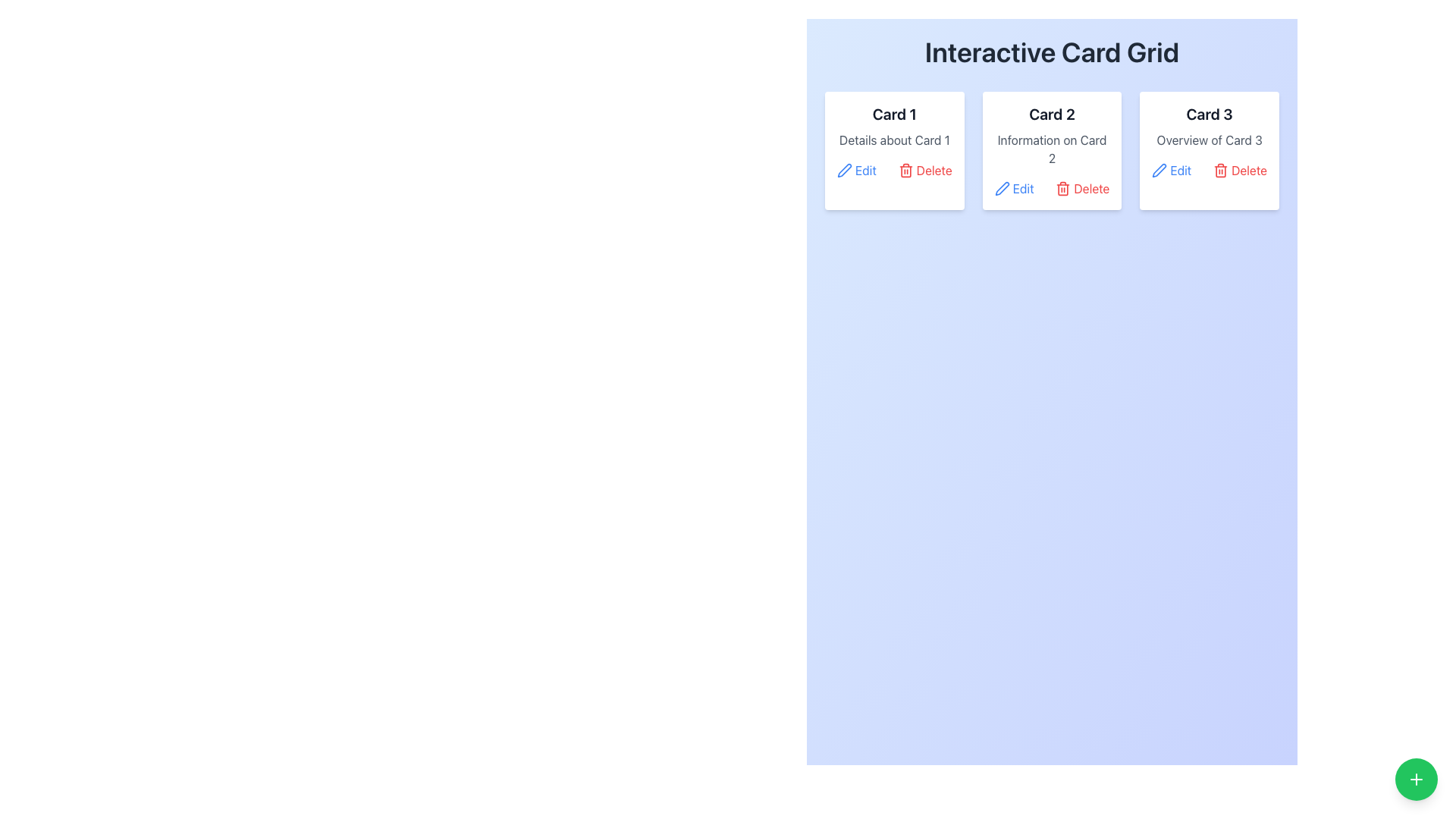 The width and height of the screenshot is (1456, 819). What do you see at coordinates (1209, 140) in the screenshot?
I see `the text element that provides a brief description of the card's content, located in the third card under the title 'Card 3' and above the options 'Edit' and 'Delete'` at bounding box center [1209, 140].